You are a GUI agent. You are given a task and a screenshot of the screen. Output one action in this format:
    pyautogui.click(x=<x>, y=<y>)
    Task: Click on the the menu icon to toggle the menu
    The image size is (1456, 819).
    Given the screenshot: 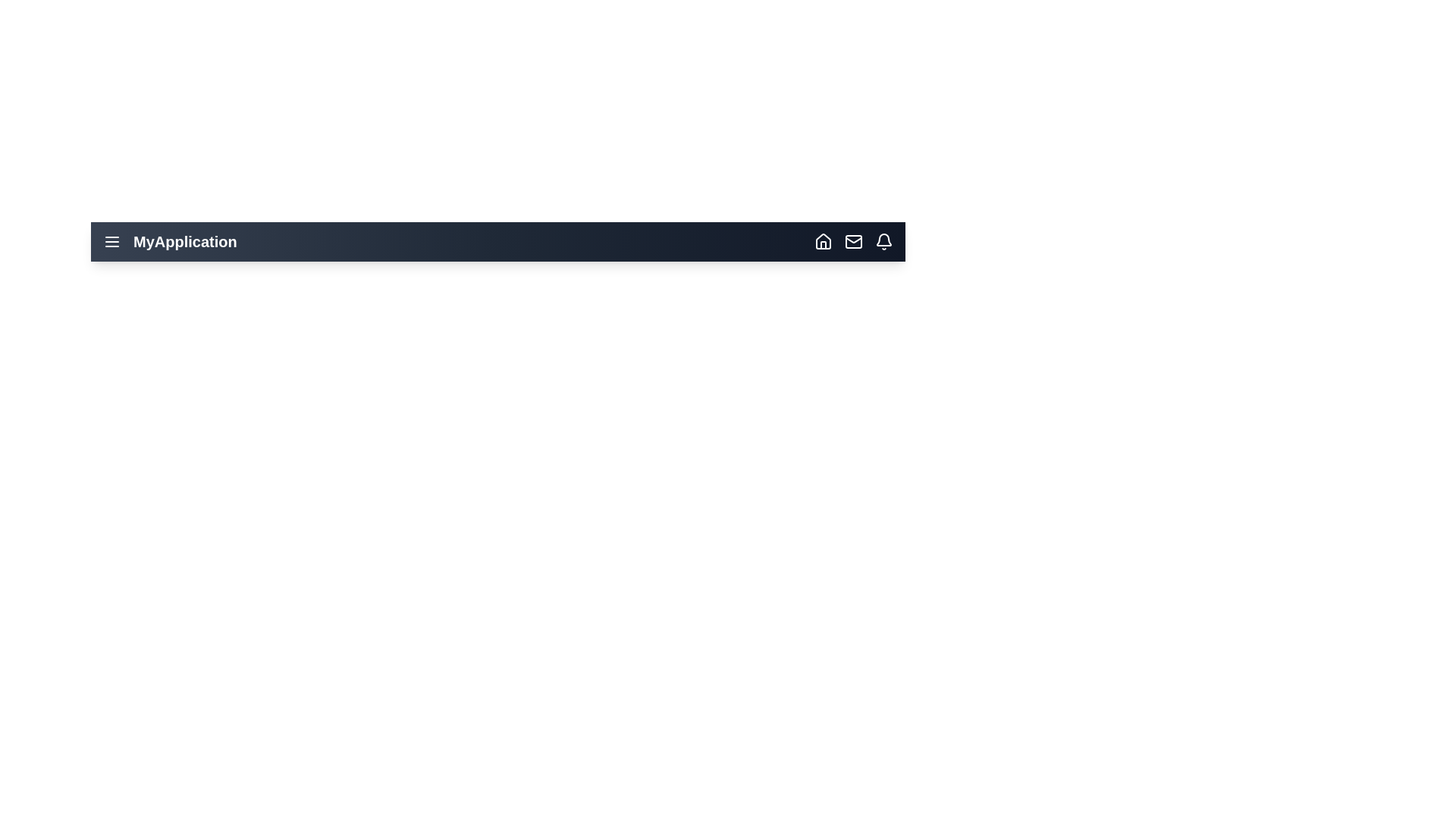 What is the action you would take?
    pyautogui.click(x=111, y=241)
    